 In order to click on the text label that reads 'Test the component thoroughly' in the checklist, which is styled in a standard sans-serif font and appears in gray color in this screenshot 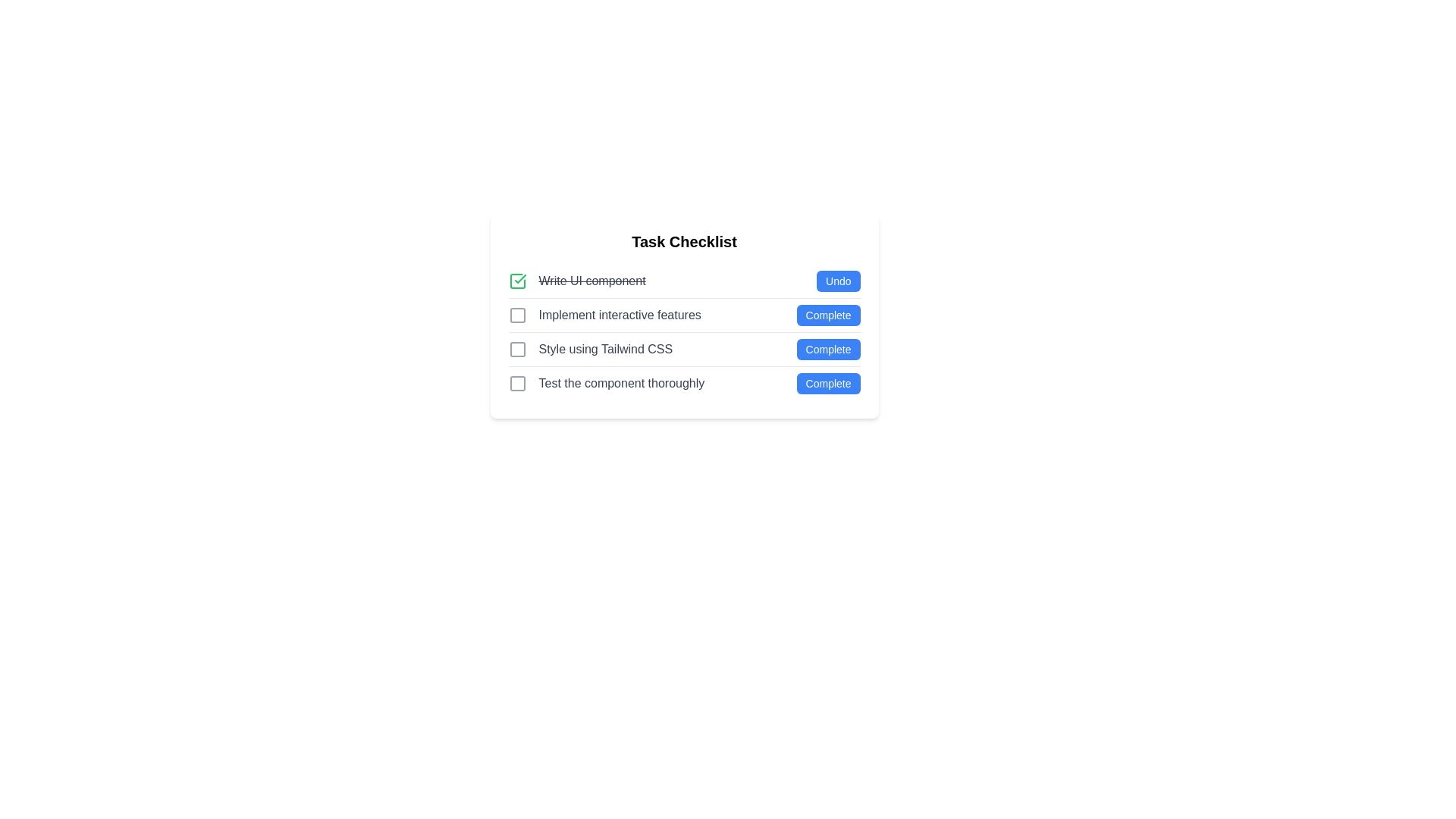, I will do `click(621, 382)`.